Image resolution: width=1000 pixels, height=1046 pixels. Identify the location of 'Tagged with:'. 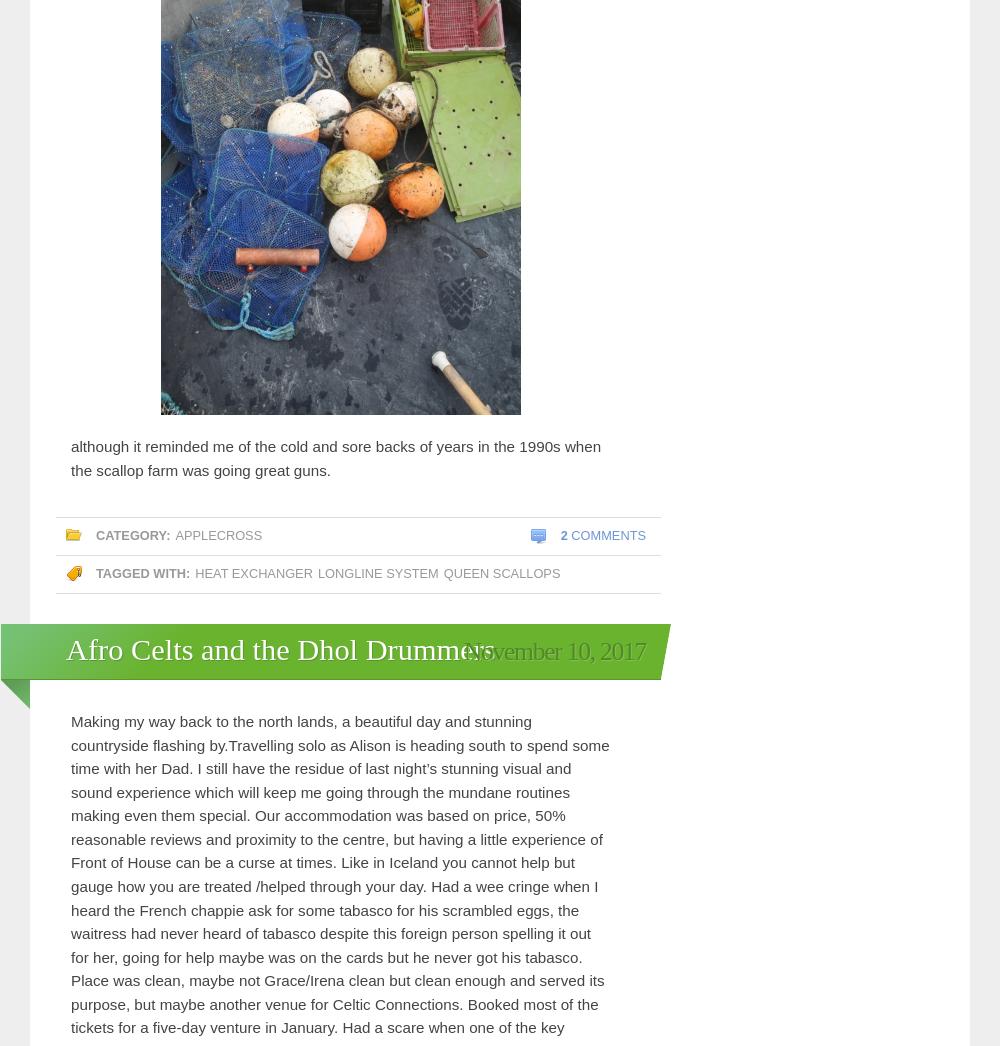
(143, 572).